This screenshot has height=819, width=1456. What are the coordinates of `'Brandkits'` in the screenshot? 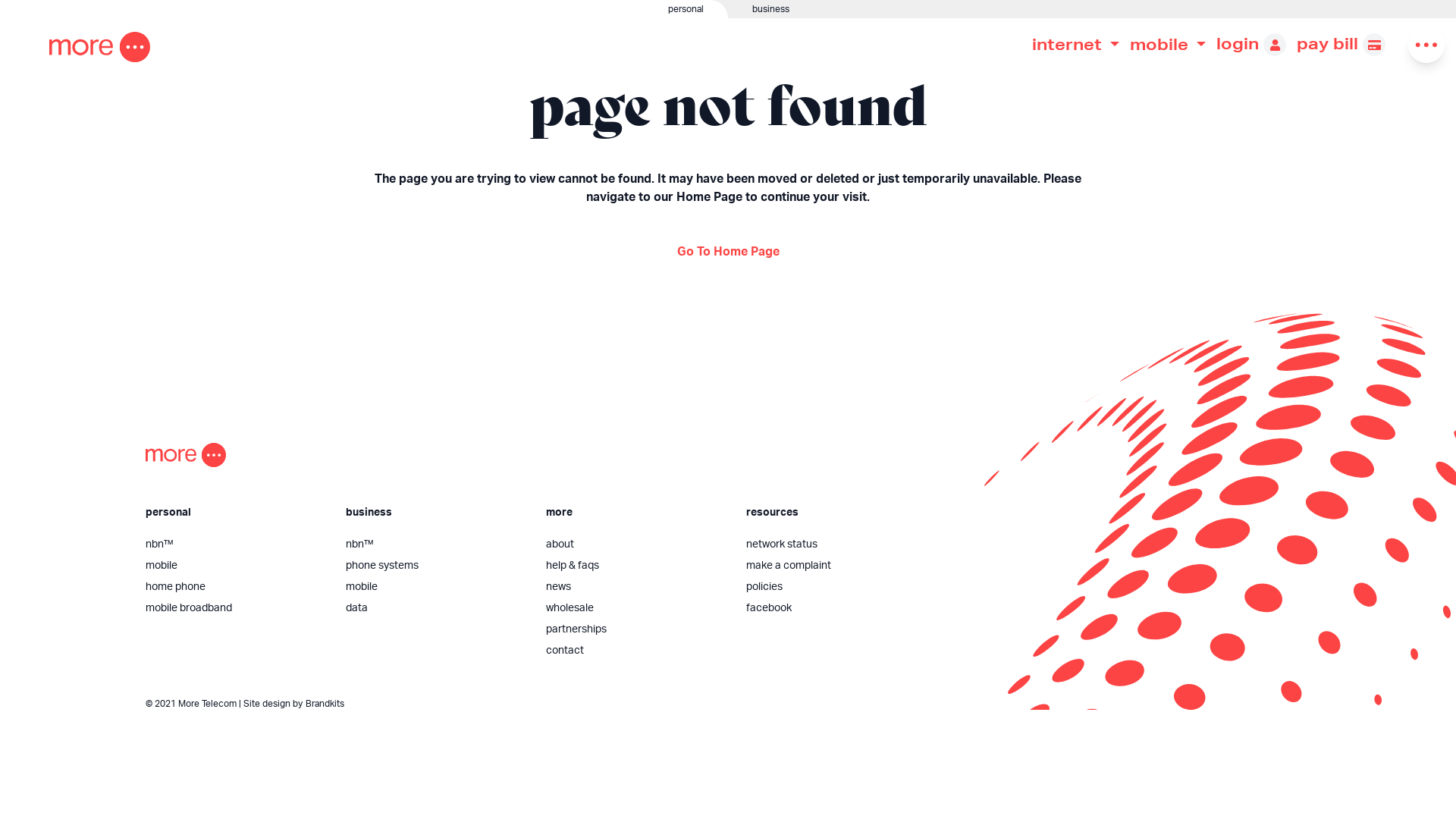 It's located at (324, 704).